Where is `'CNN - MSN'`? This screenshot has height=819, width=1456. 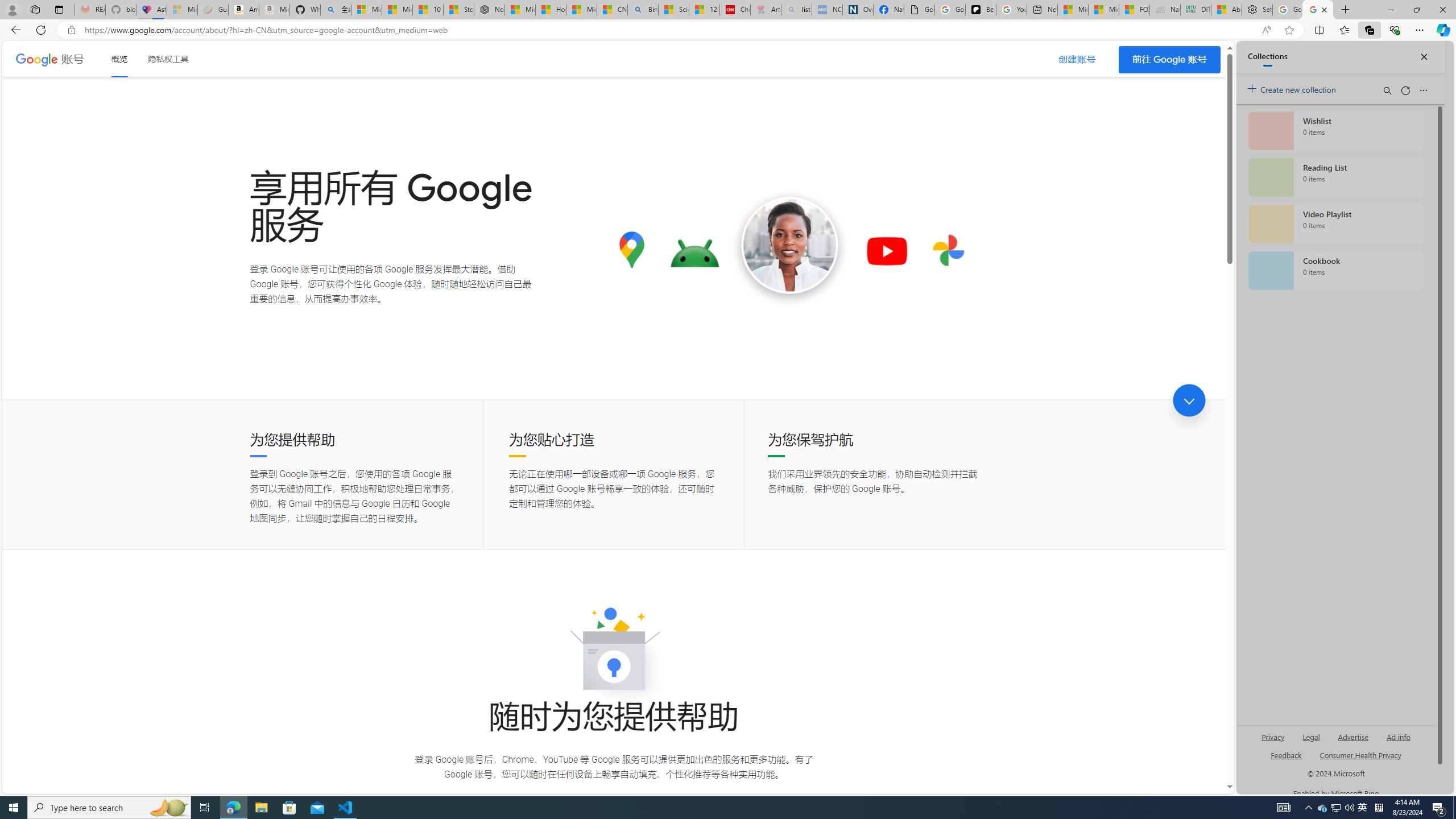
'CNN - MSN' is located at coordinates (612, 9).